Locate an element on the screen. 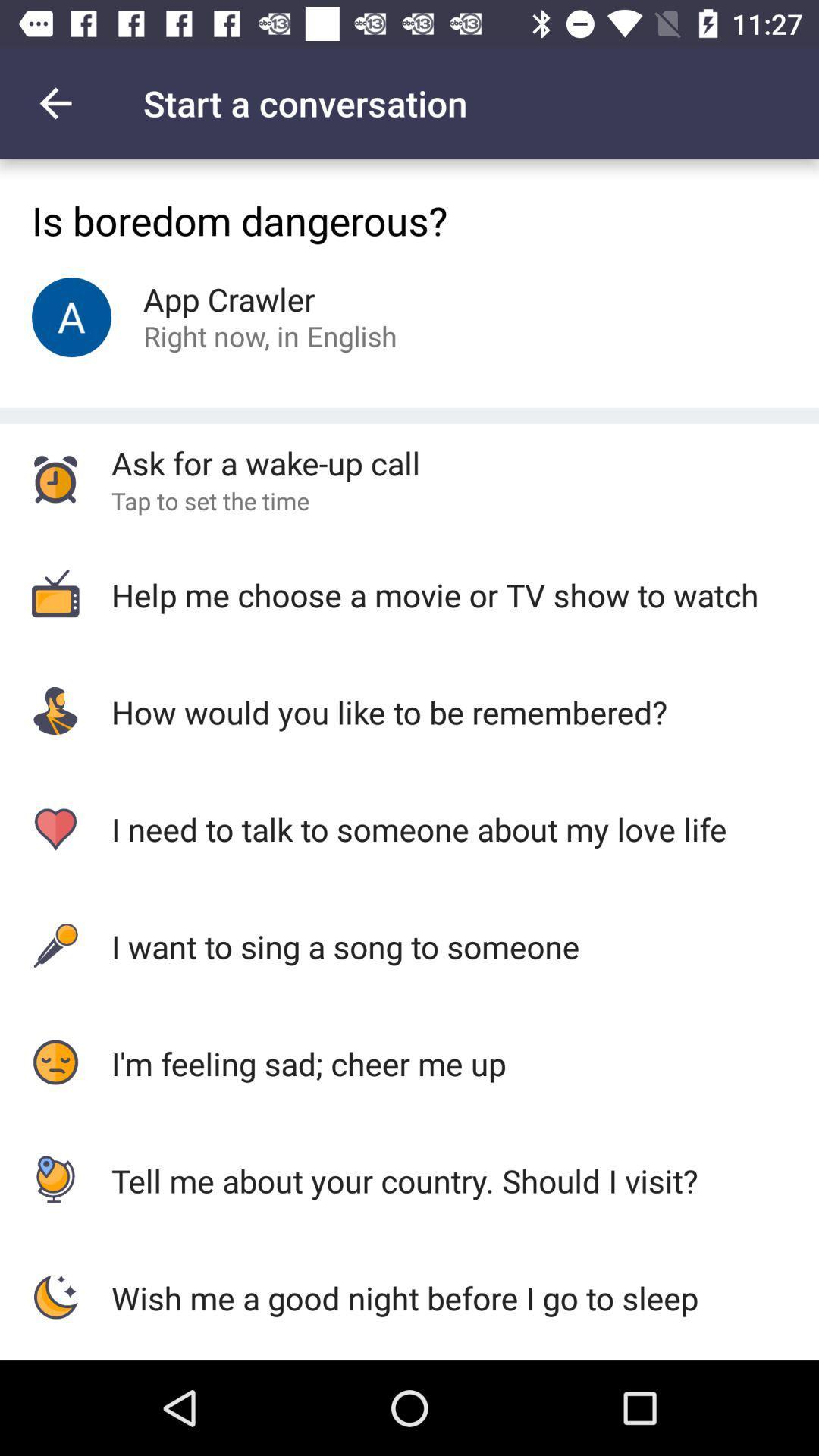 This screenshot has width=819, height=1456. item to the right of right now, in is located at coordinates (352, 335).